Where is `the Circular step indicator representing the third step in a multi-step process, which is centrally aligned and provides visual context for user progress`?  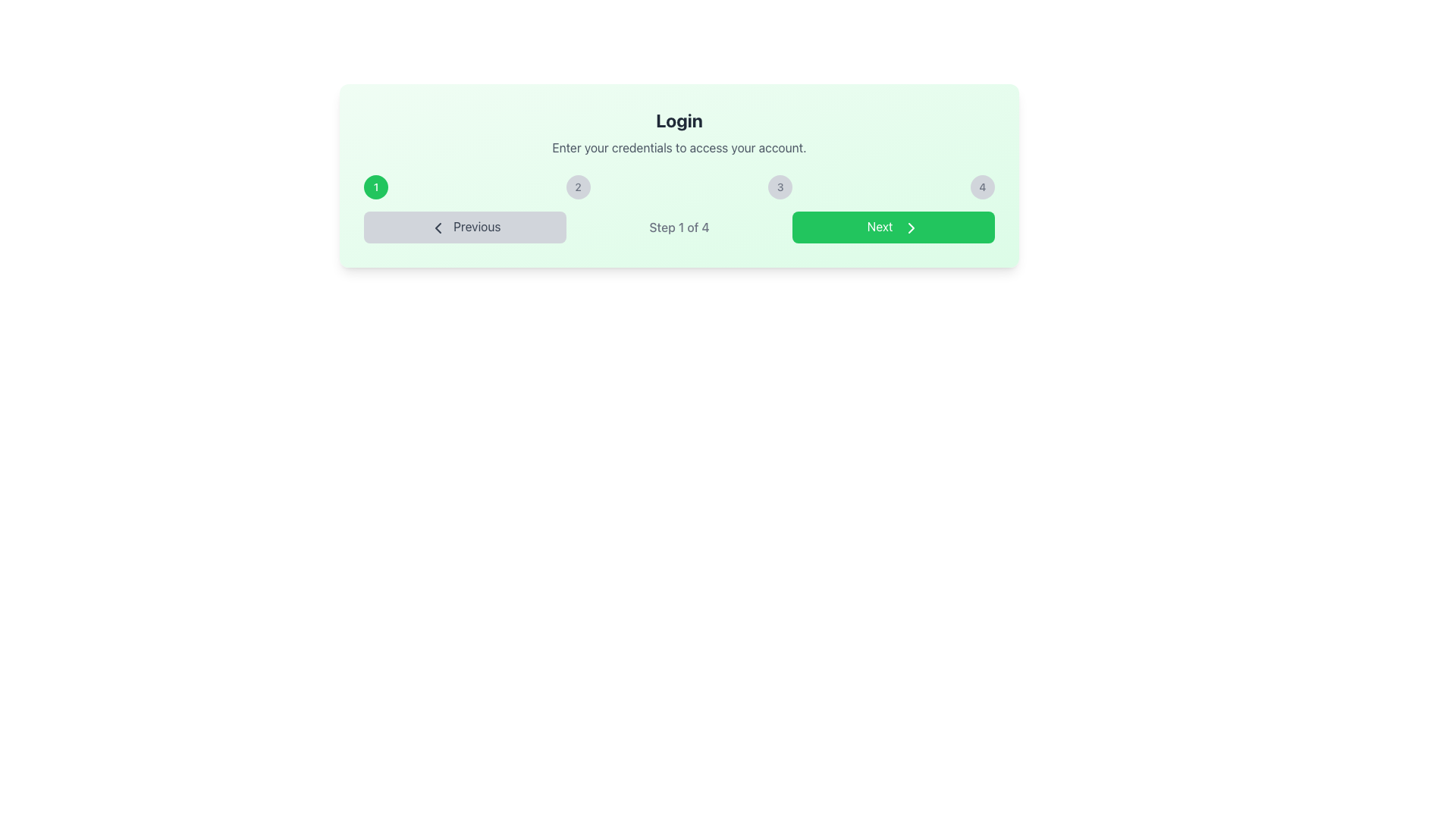 the Circular step indicator representing the third step in a multi-step process, which is centrally aligned and provides visual context for user progress is located at coordinates (780, 186).